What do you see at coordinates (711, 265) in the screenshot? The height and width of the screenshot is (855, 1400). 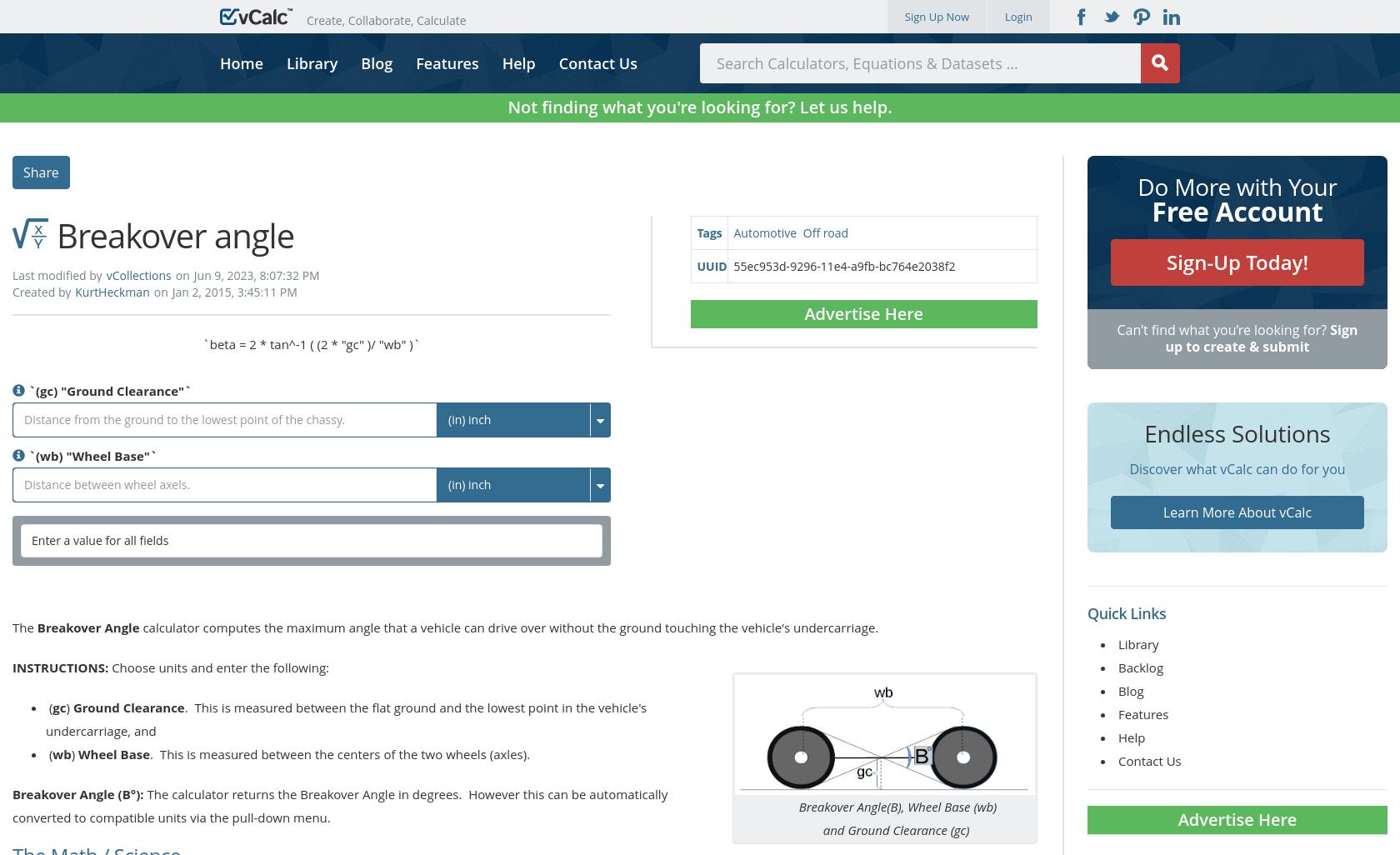 I see `'UUID'` at bounding box center [711, 265].